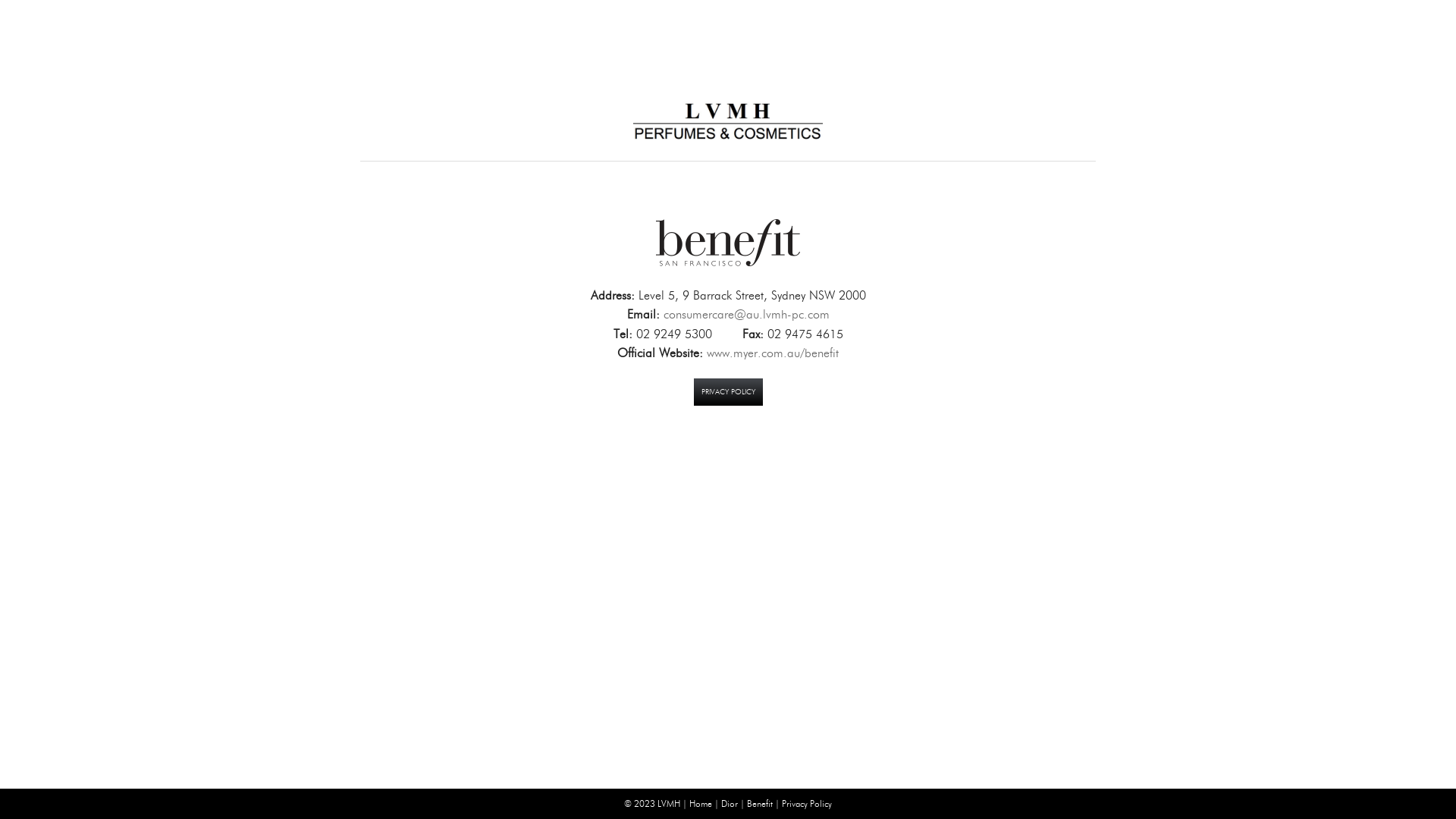 Image resolution: width=1456 pixels, height=819 pixels. What do you see at coordinates (651, 242) in the screenshot?
I see `'Benefit'` at bounding box center [651, 242].